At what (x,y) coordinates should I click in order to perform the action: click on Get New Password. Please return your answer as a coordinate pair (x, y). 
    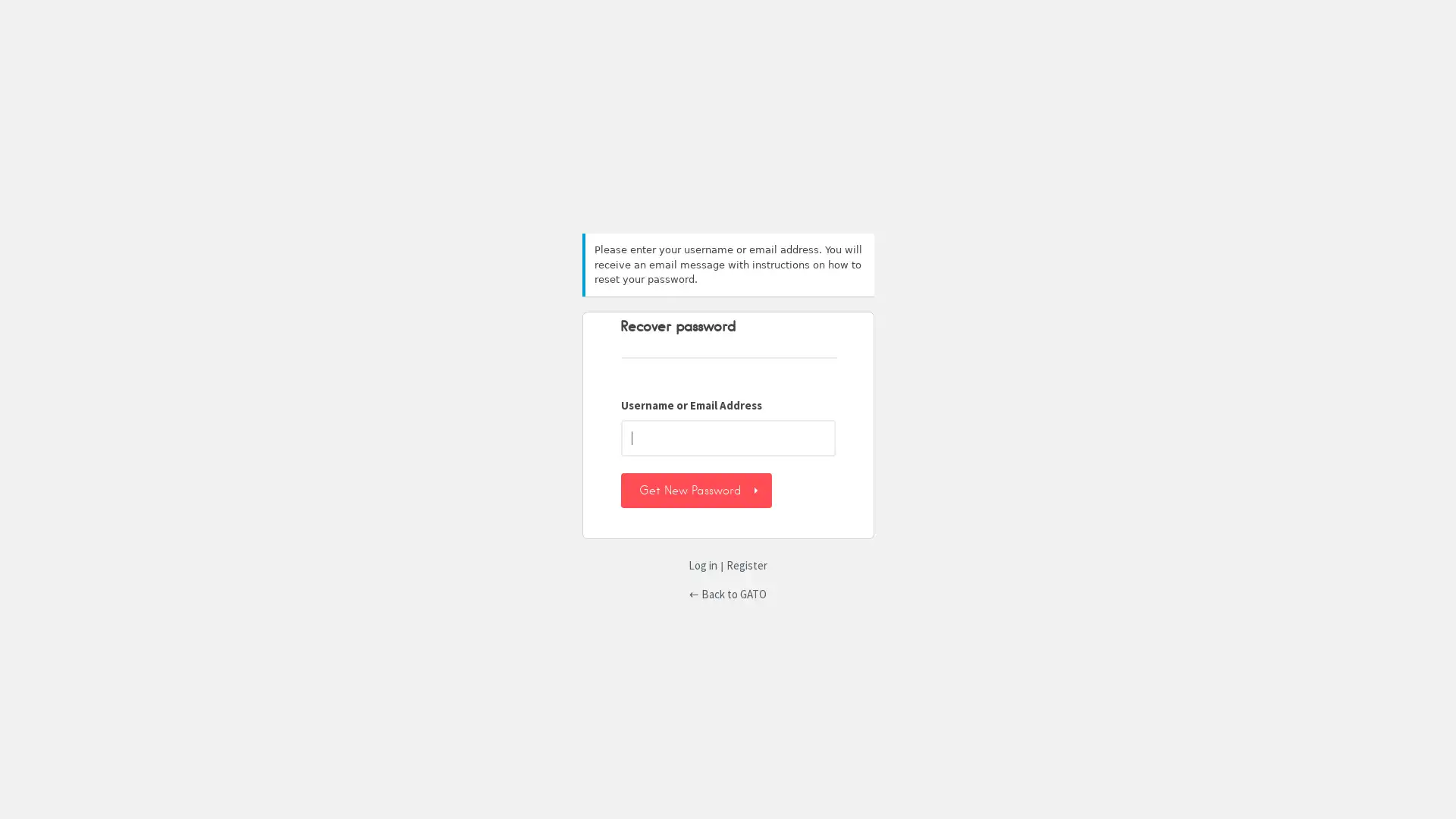
    Looking at the image, I should click on (695, 489).